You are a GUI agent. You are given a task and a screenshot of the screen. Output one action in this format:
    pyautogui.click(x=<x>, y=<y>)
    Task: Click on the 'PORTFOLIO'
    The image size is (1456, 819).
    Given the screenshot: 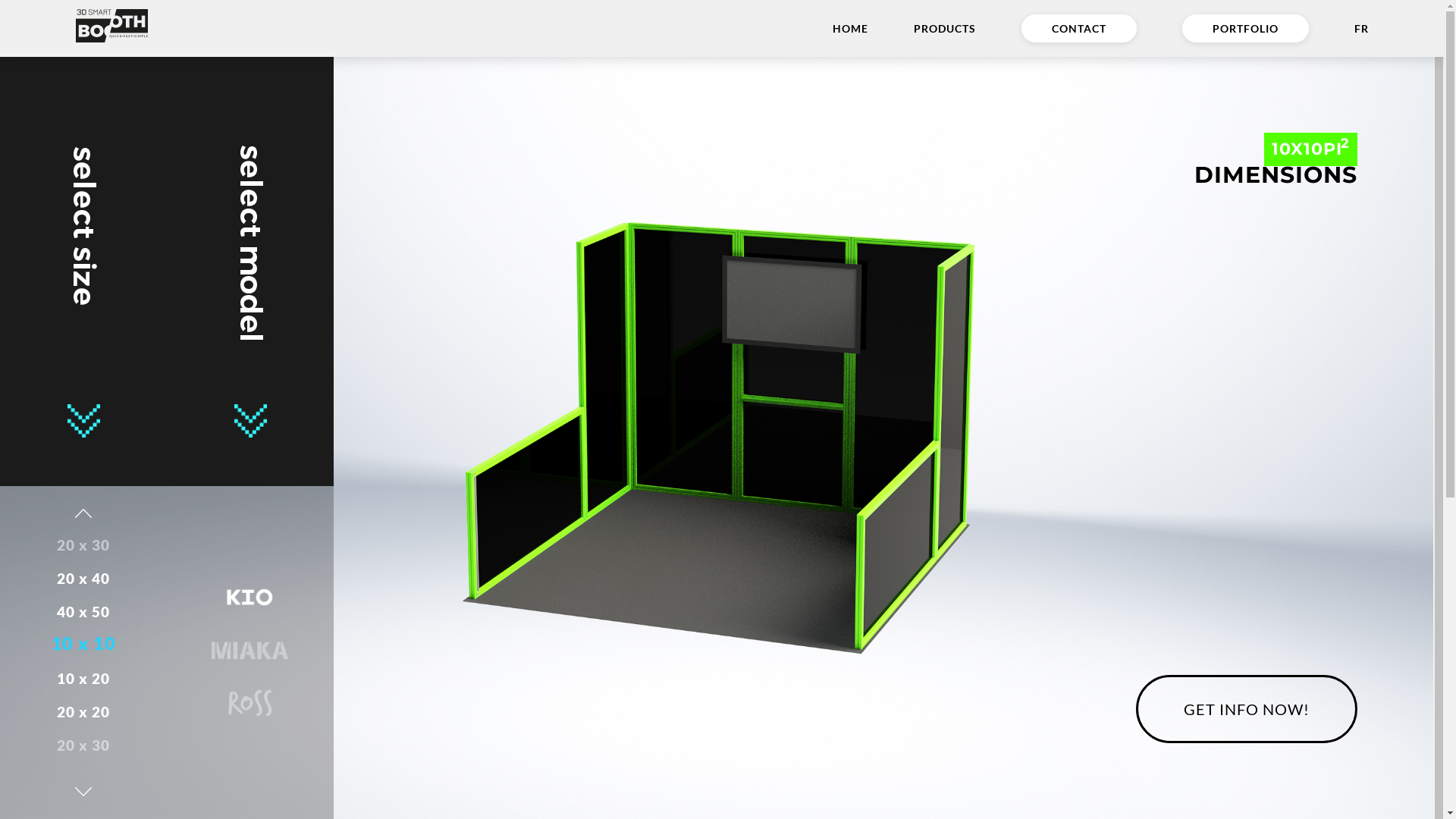 What is the action you would take?
    pyautogui.click(x=1245, y=28)
    